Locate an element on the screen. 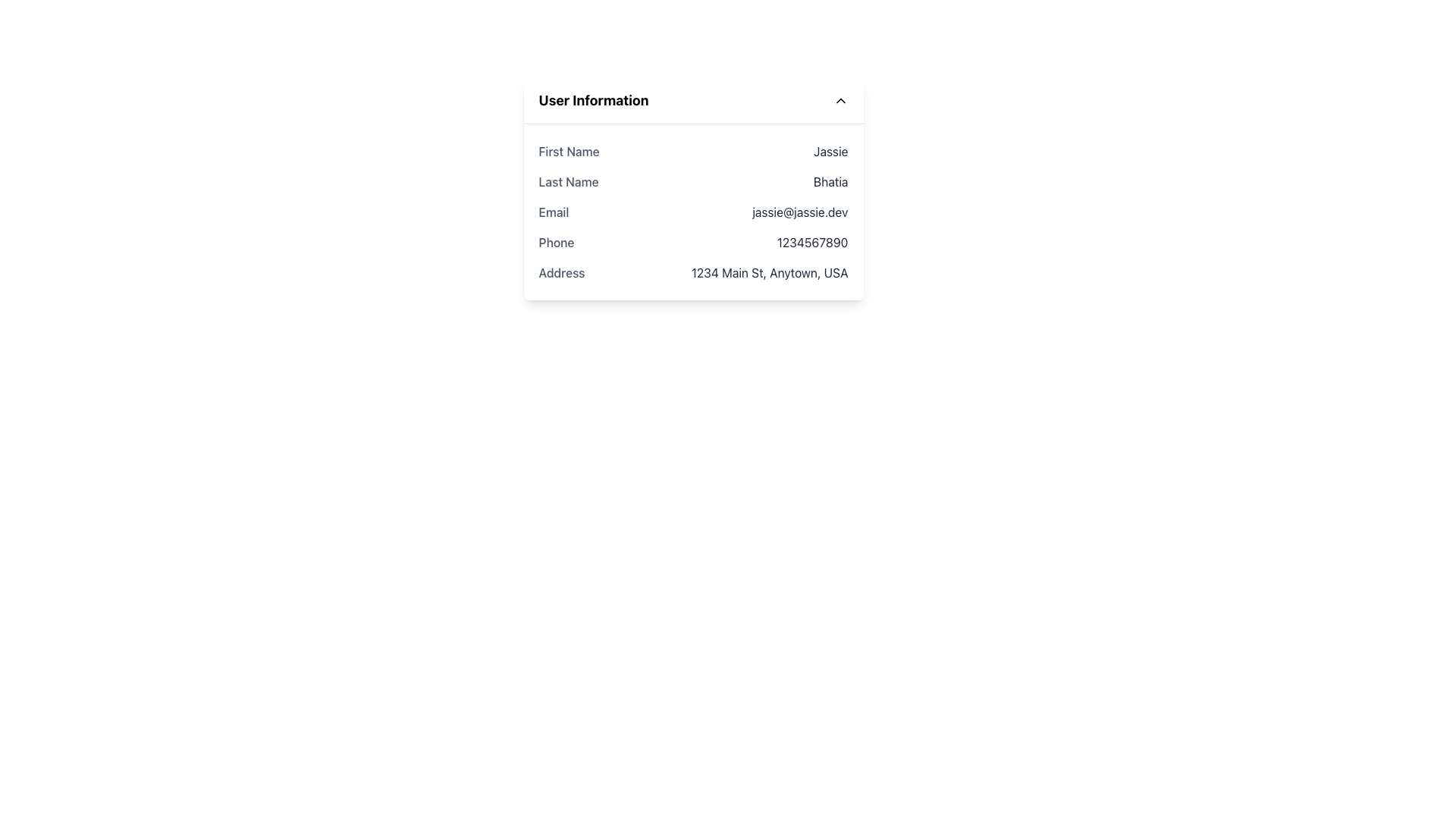  the text label displaying the user's first name 'Jassie', which is located to the right of the 'First Name' label within the user details card interface is located at coordinates (830, 152).